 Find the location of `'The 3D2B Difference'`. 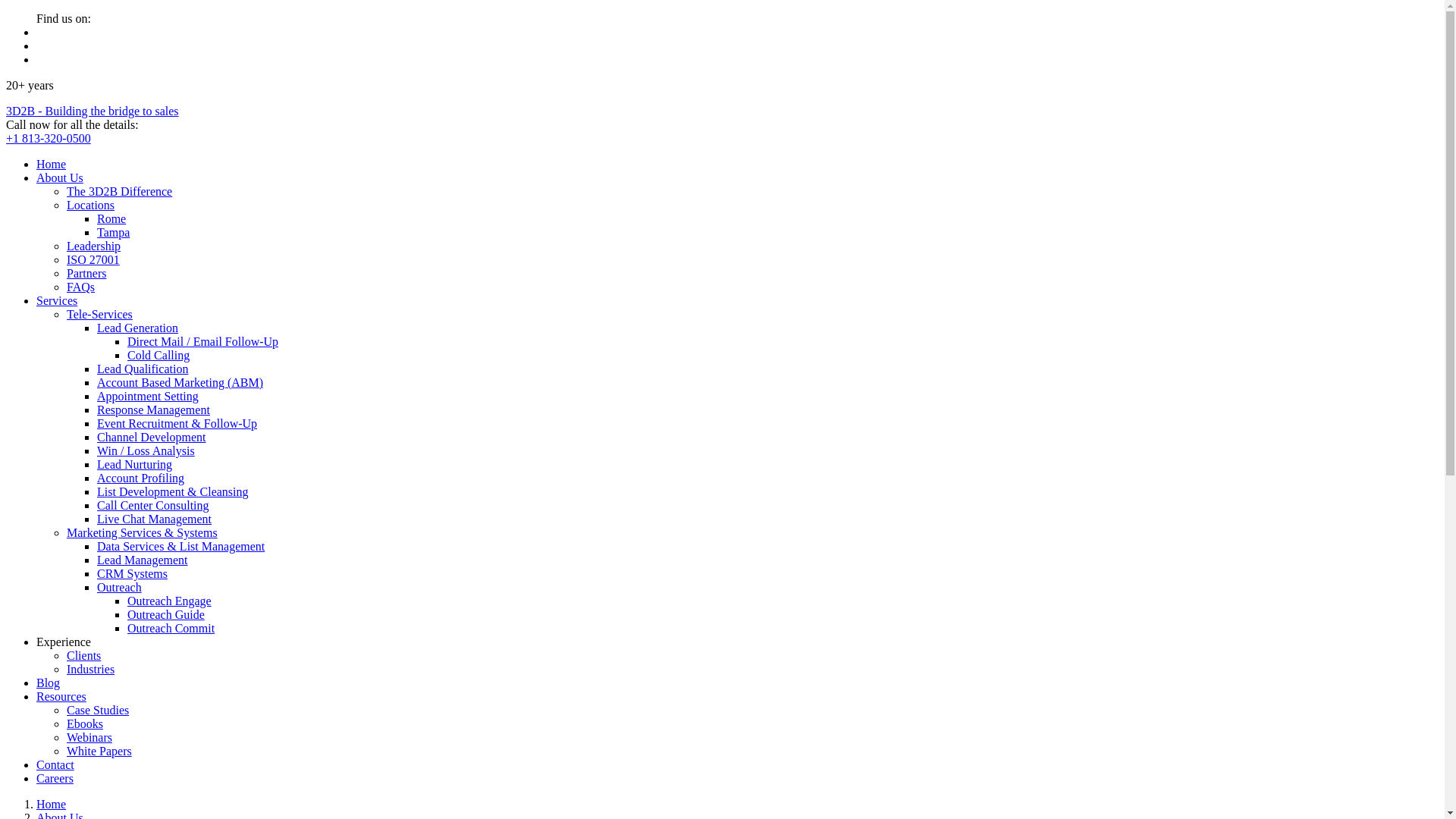

'The 3D2B Difference' is located at coordinates (118, 190).